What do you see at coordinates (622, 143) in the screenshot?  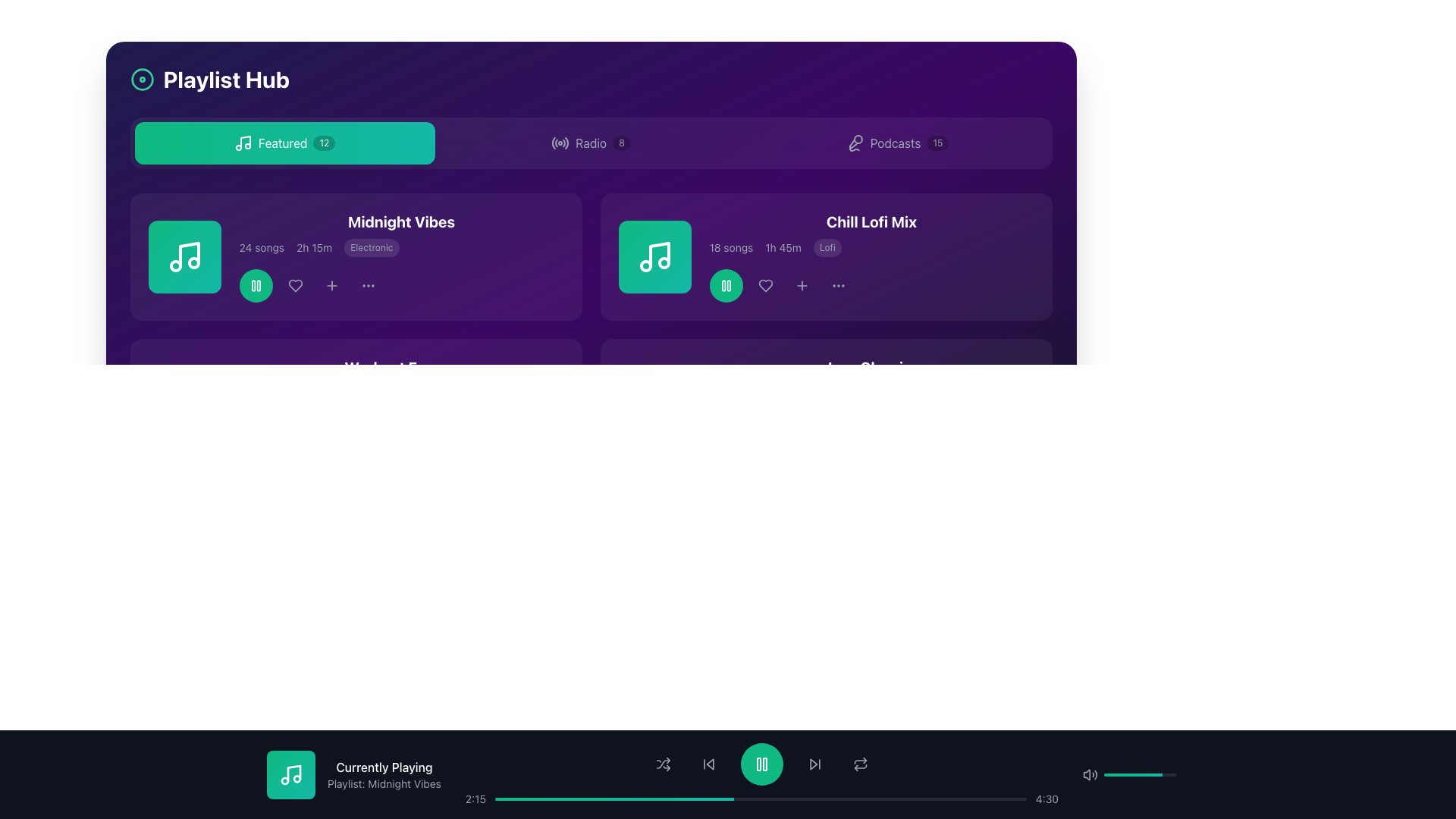 I see `the circular badge displaying the number '8' with a light black, semi-transparent background, located to the right of the 'Radio' label` at bounding box center [622, 143].